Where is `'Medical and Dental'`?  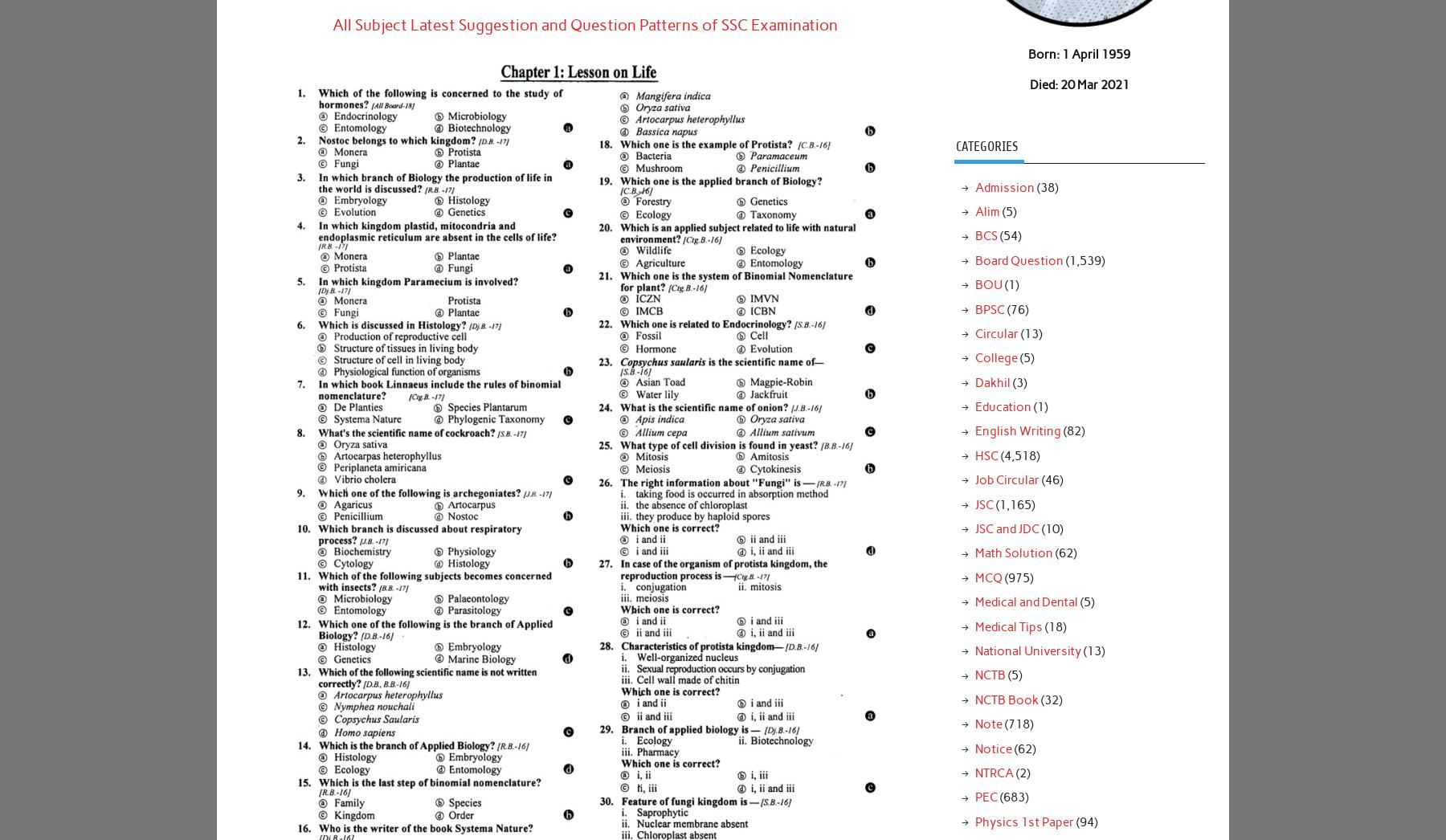 'Medical and Dental' is located at coordinates (1025, 601).